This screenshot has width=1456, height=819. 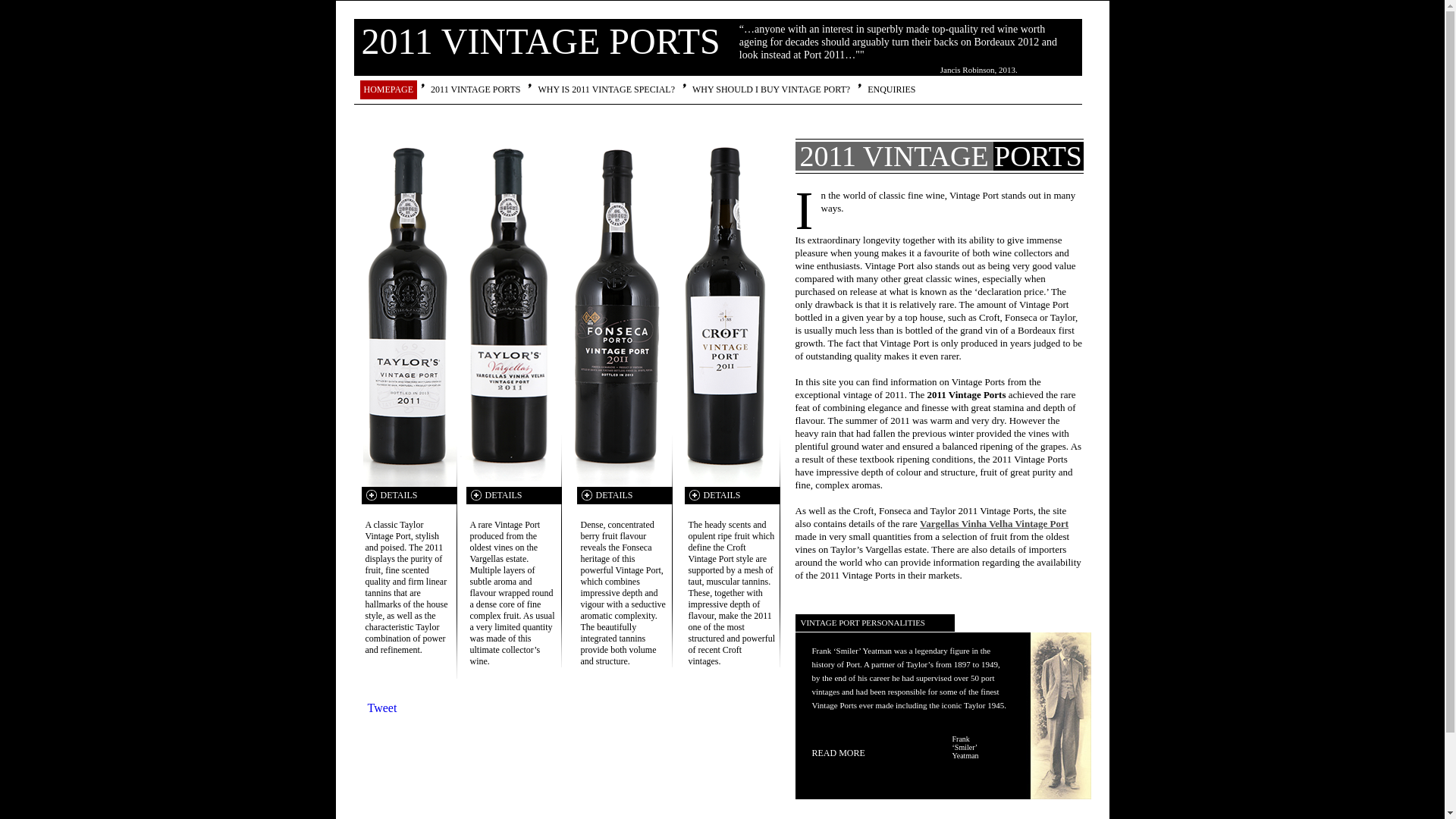 What do you see at coordinates (475, 89) in the screenshot?
I see `'2011 VINTAGE PORTS'` at bounding box center [475, 89].